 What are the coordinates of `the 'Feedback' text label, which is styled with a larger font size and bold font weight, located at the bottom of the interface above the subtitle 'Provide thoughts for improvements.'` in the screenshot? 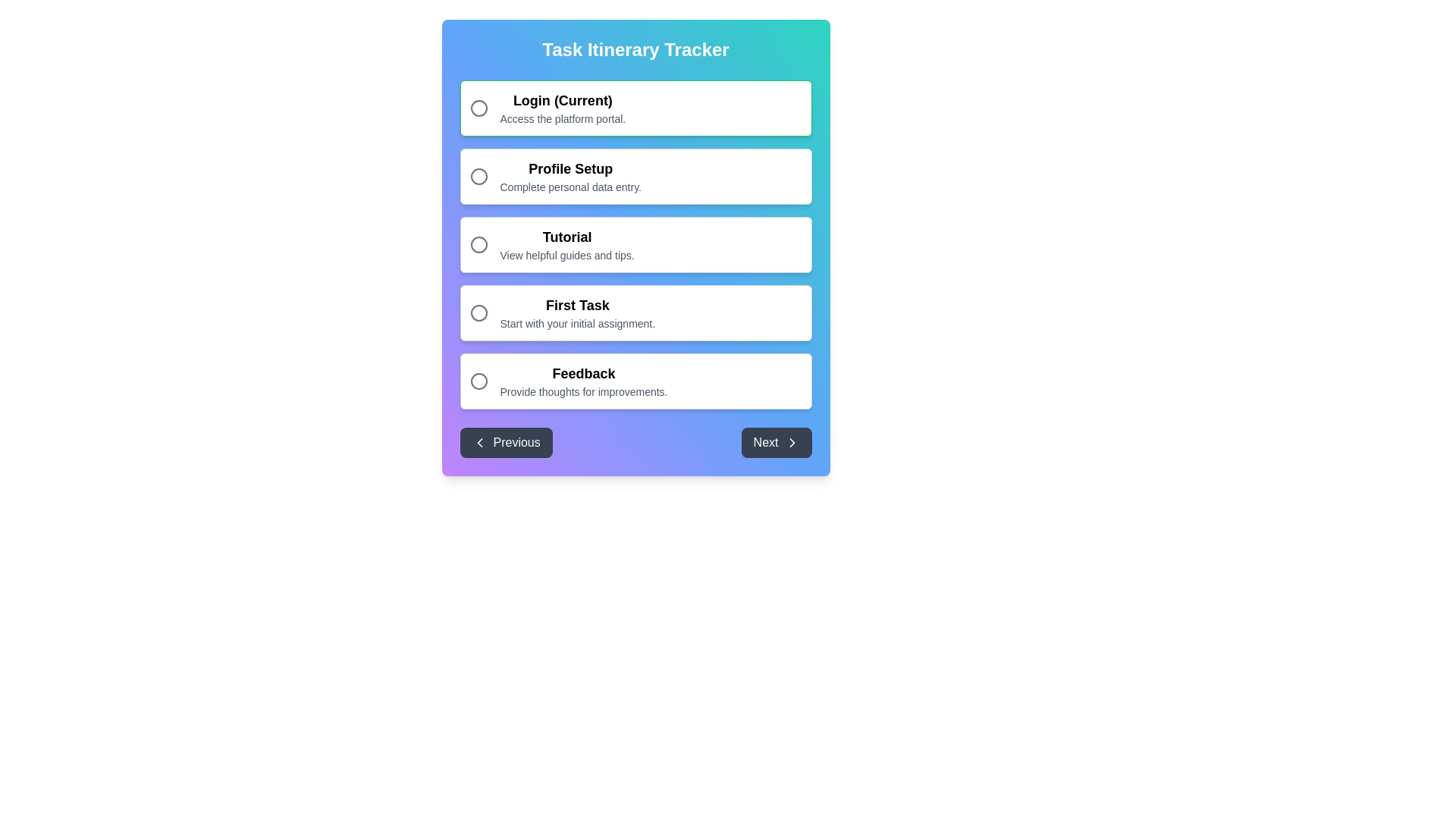 It's located at (582, 374).